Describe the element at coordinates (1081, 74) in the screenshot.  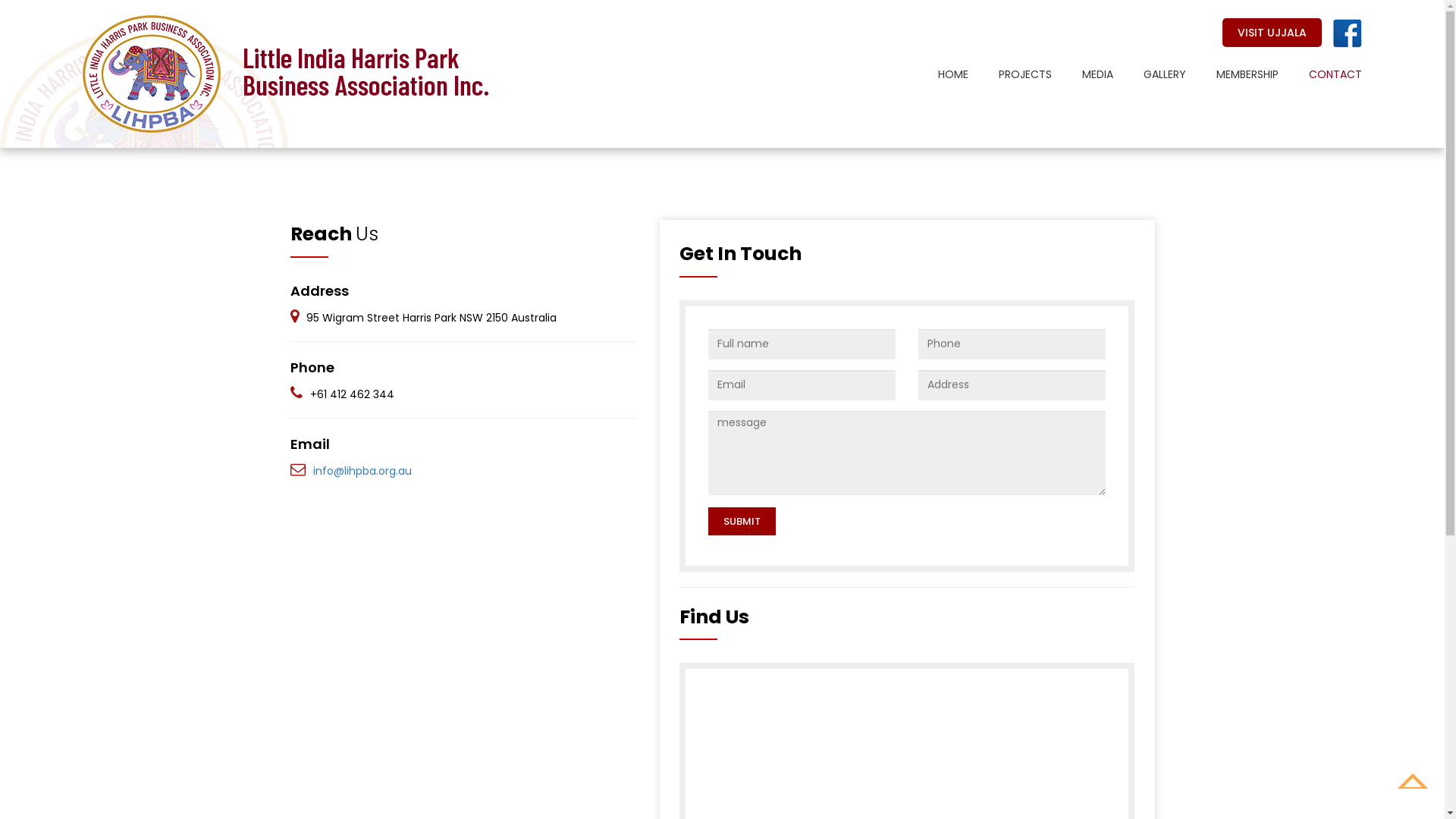
I see `'MEDIA'` at that location.